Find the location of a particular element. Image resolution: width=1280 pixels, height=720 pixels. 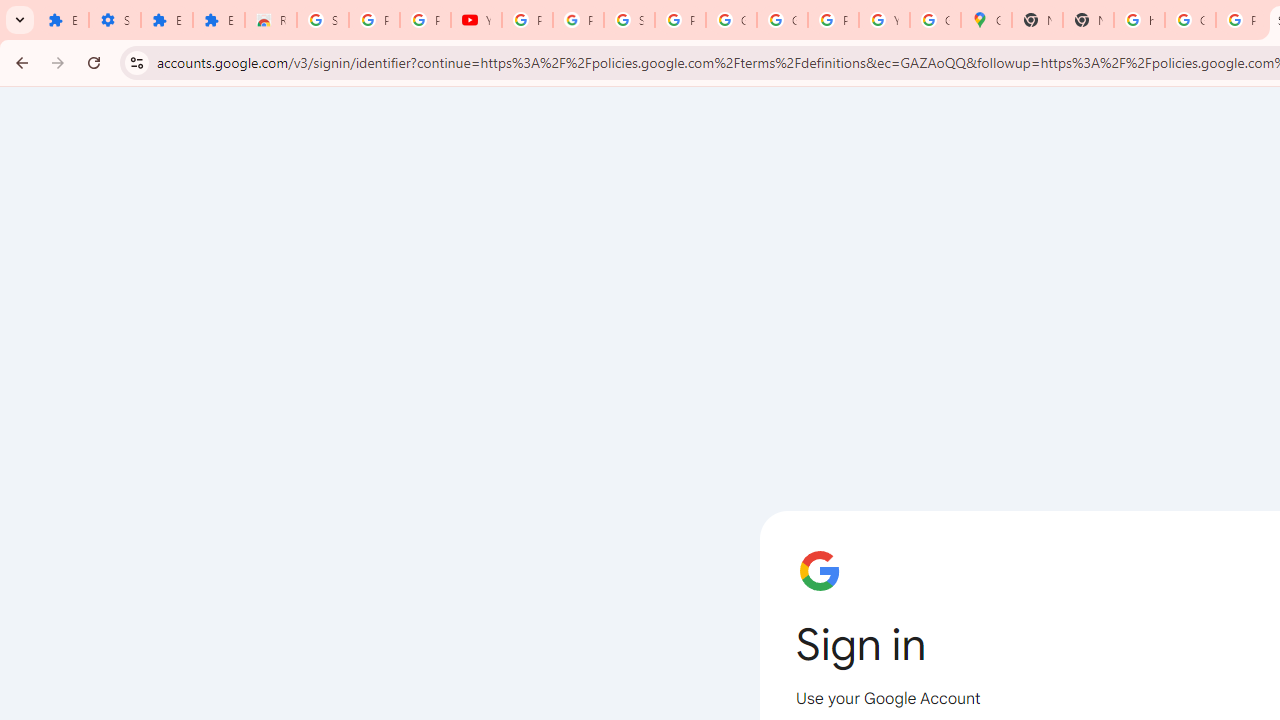

'https://scholar.google.com/' is located at coordinates (1139, 20).